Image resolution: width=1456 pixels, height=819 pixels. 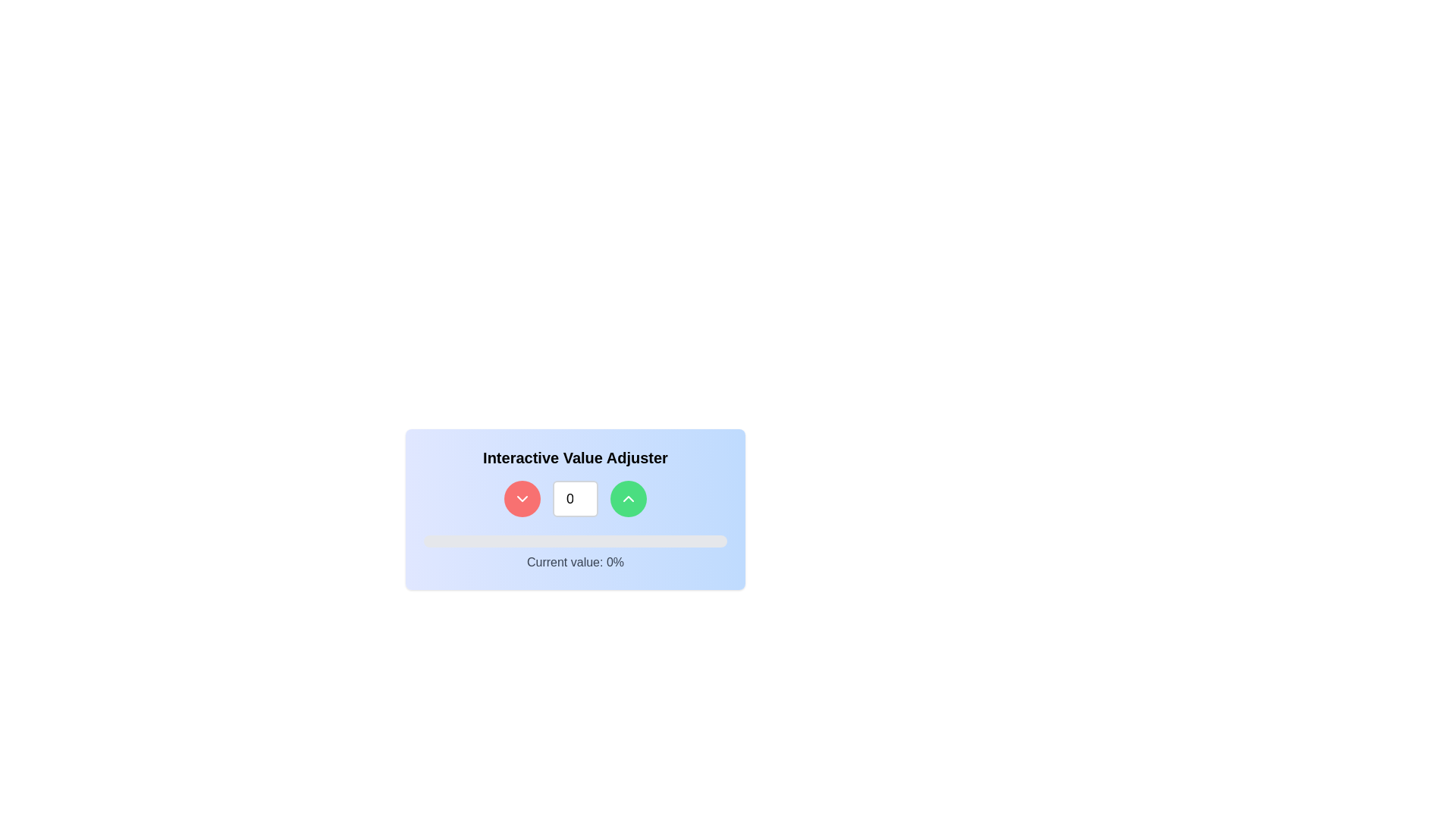 What do you see at coordinates (522, 499) in the screenshot?
I see `the red circular button containing the downward-pointing arrow icon` at bounding box center [522, 499].